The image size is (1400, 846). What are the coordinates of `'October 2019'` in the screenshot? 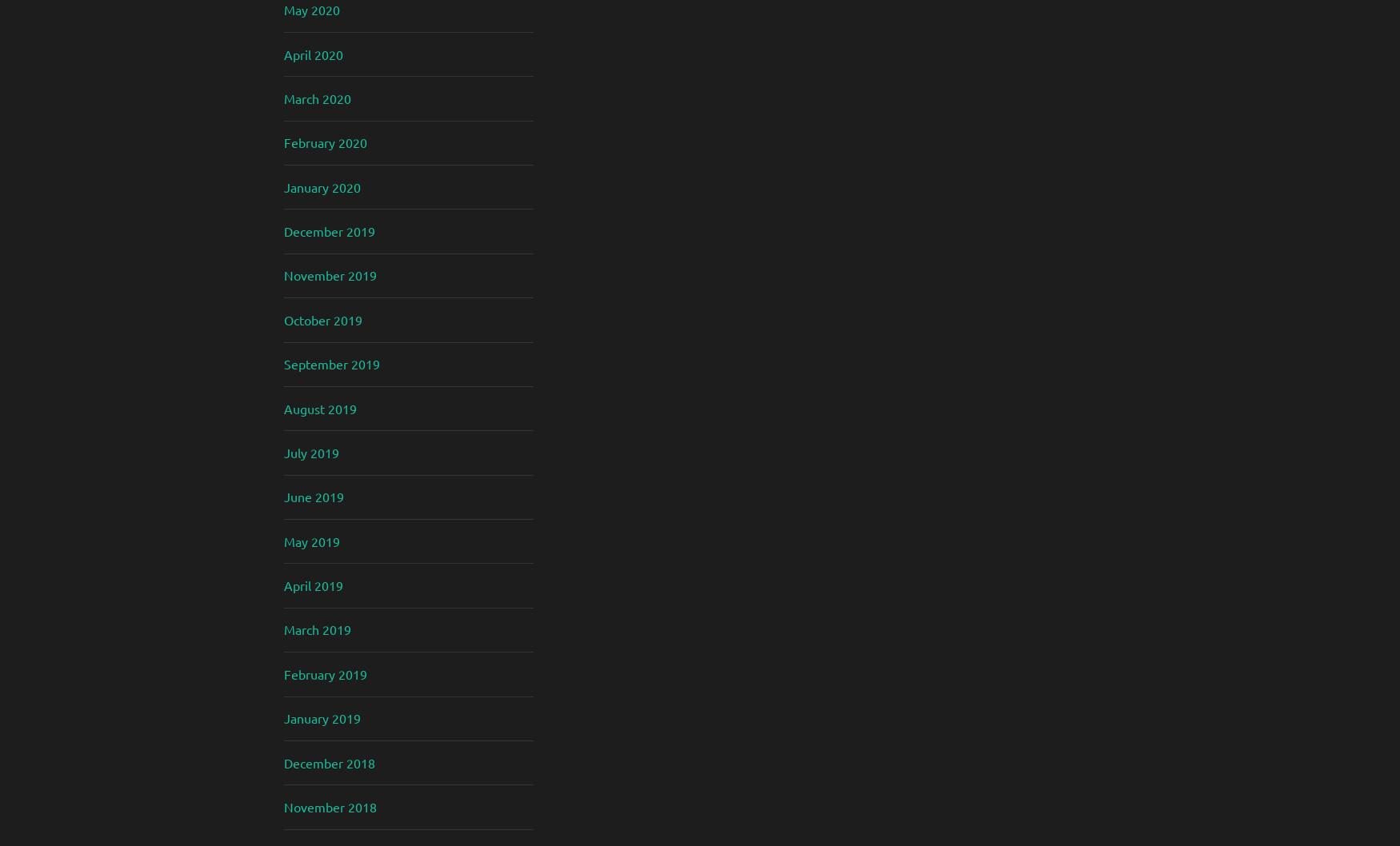 It's located at (322, 318).